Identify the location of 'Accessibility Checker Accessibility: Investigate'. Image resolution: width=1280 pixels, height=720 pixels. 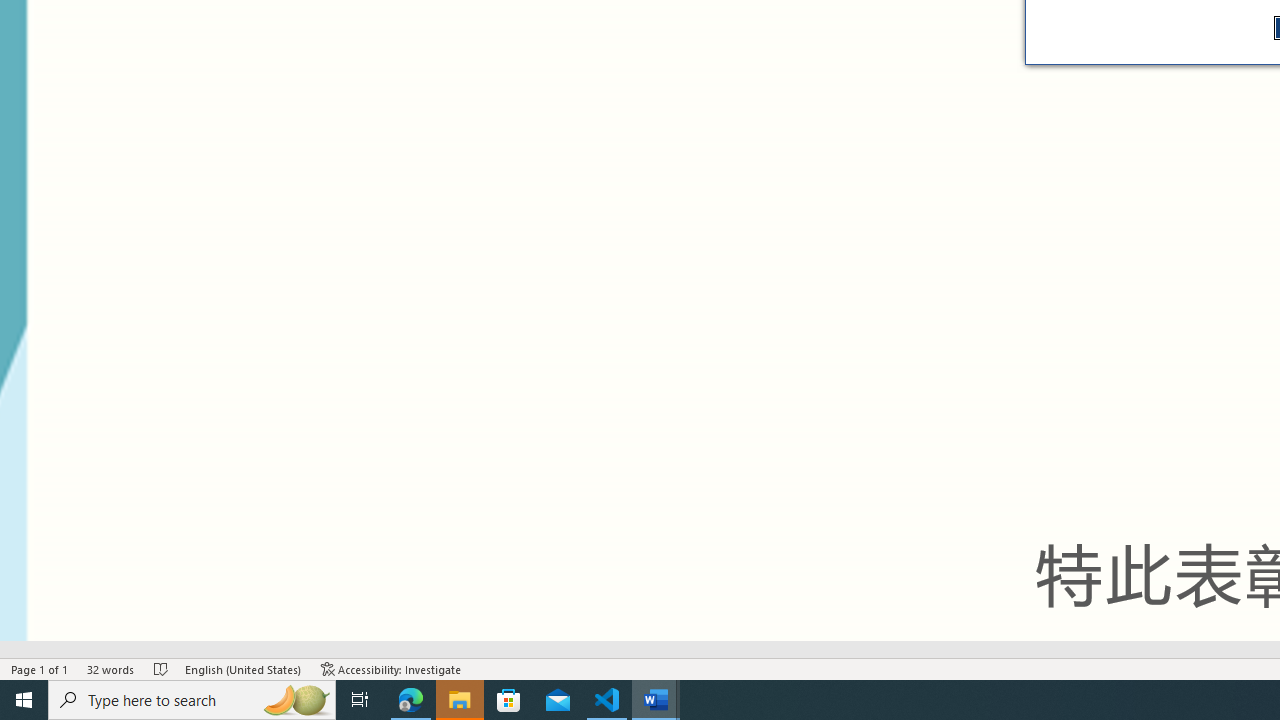
(391, 669).